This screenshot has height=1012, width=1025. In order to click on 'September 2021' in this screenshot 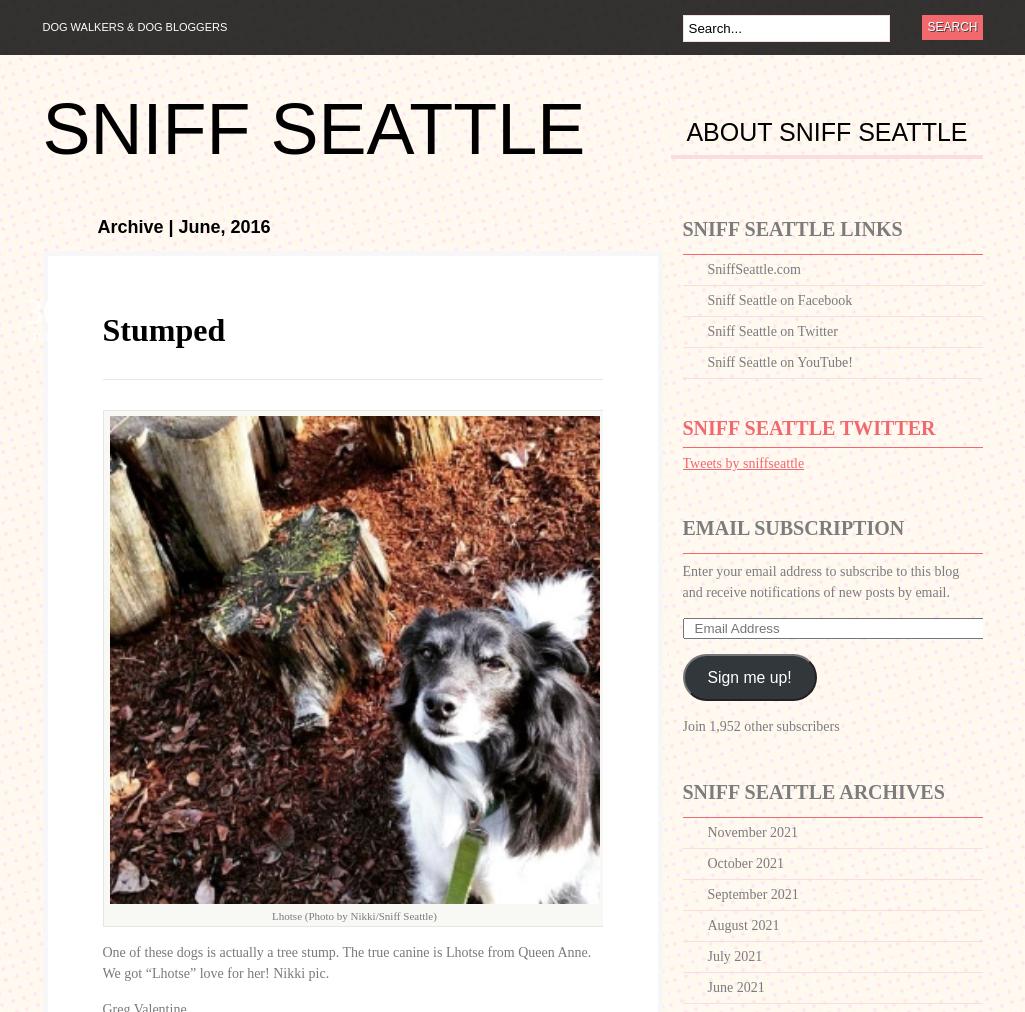, I will do `click(752, 894)`.